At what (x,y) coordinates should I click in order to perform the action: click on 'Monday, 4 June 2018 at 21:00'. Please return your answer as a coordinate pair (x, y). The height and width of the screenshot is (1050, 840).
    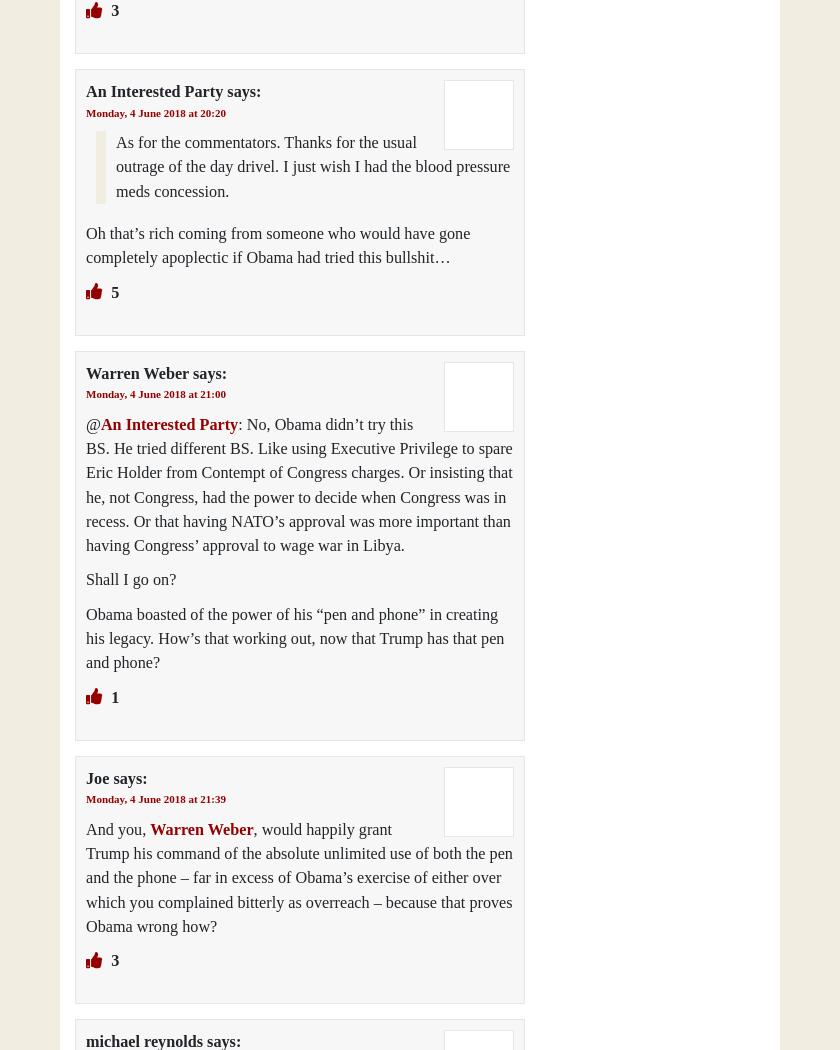
    Looking at the image, I should click on (155, 393).